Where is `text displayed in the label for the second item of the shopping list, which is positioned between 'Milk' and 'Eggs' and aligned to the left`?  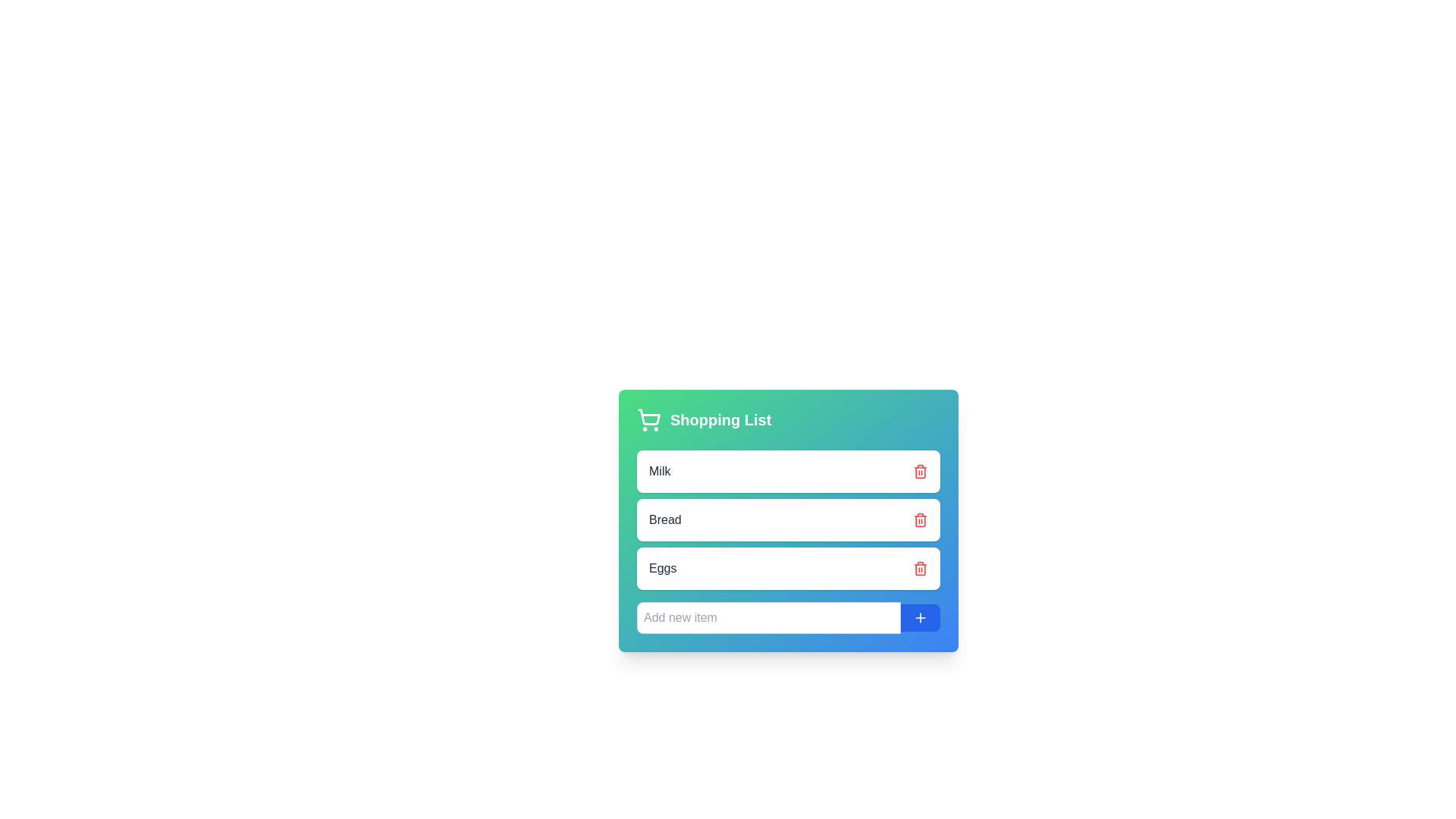 text displayed in the label for the second item of the shopping list, which is positioned between 'Milk' and 'Eggs' and aligned to the left is located at coordinates (665, 519).